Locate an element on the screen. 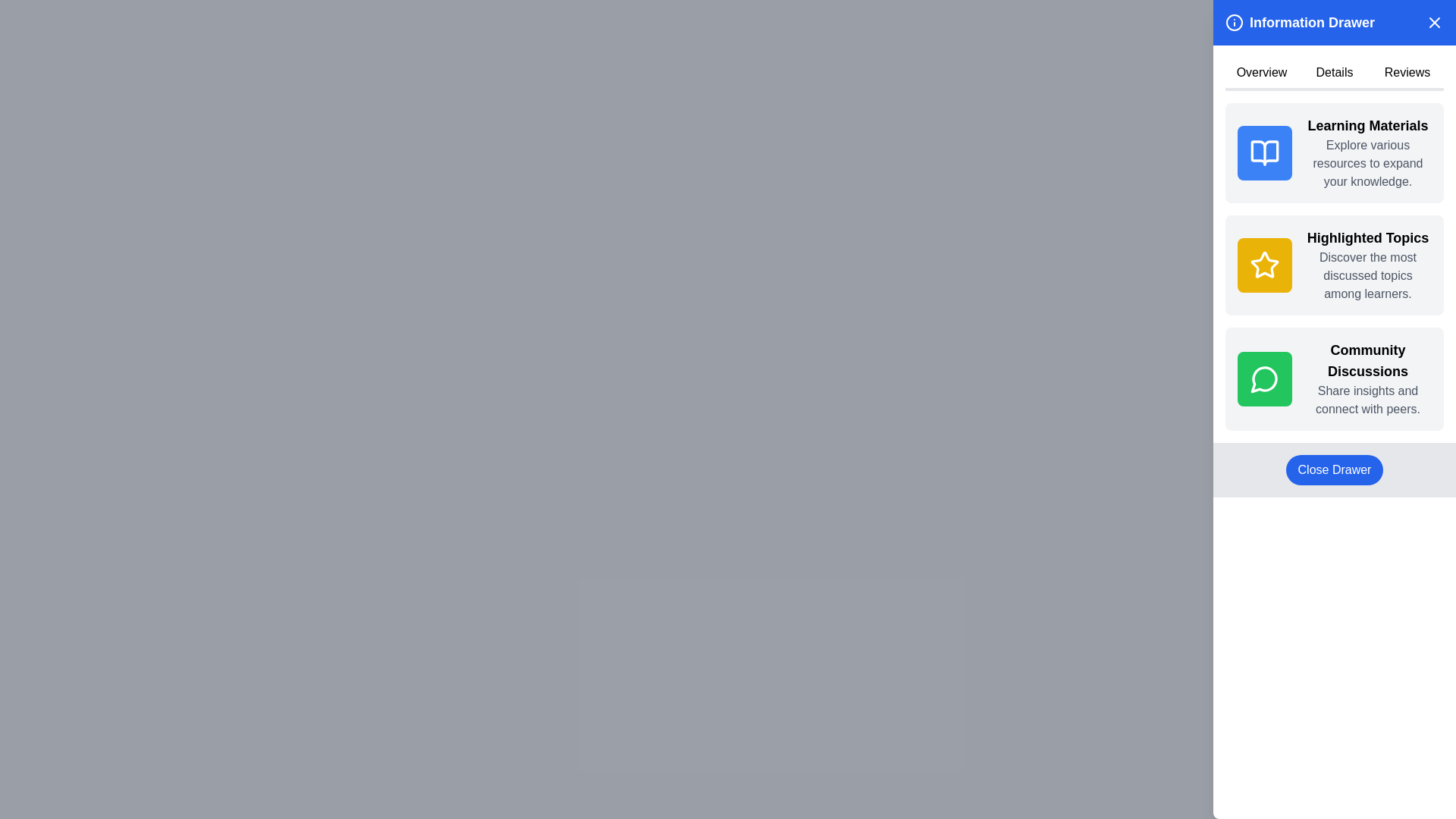  the close icon button located at the top-right corner of the 'Information Drawer' section is located at coordinates (1433, 23).